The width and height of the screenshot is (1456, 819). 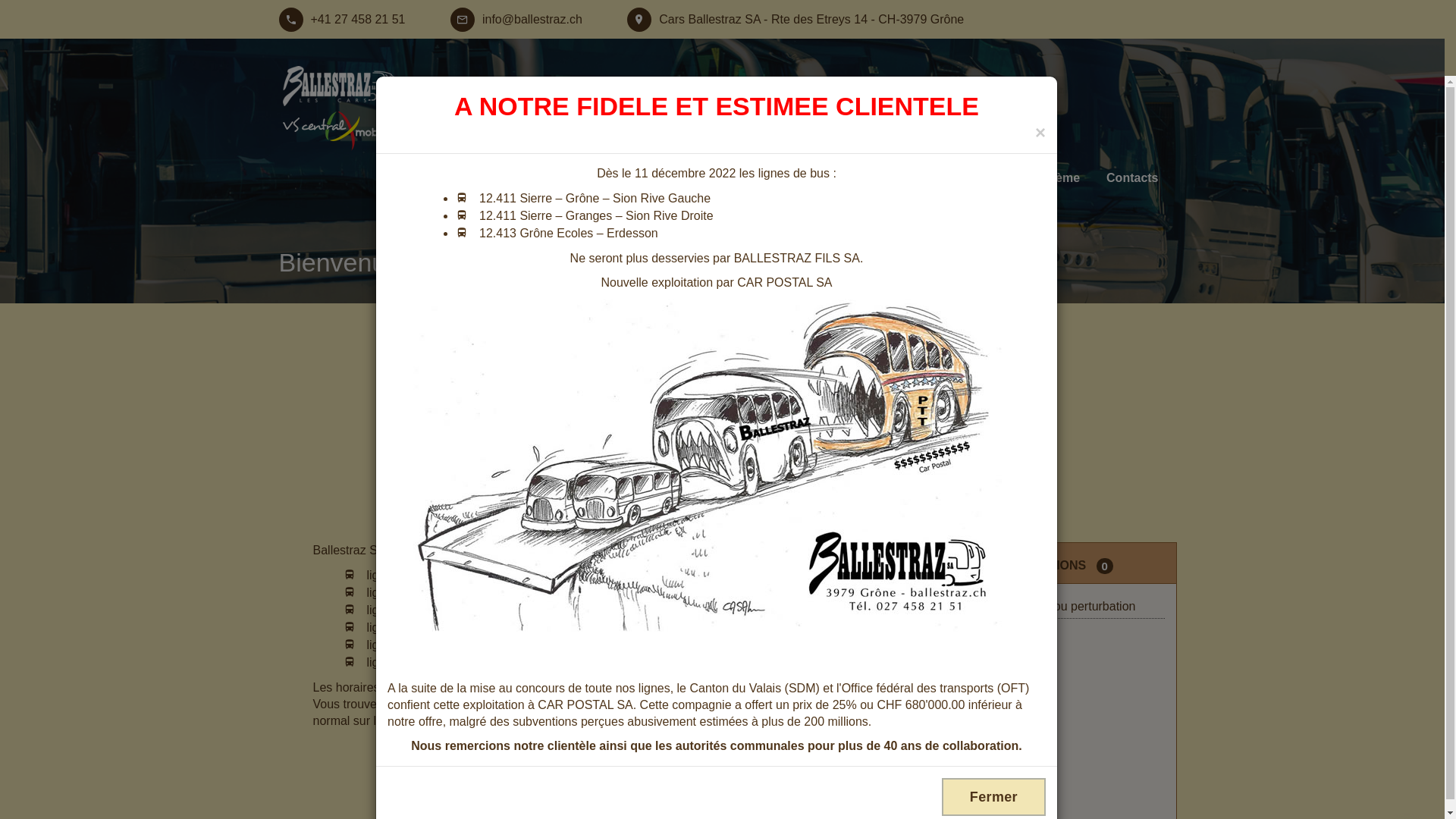 I want to click on 'Fermer', so click(x=941, y=795).